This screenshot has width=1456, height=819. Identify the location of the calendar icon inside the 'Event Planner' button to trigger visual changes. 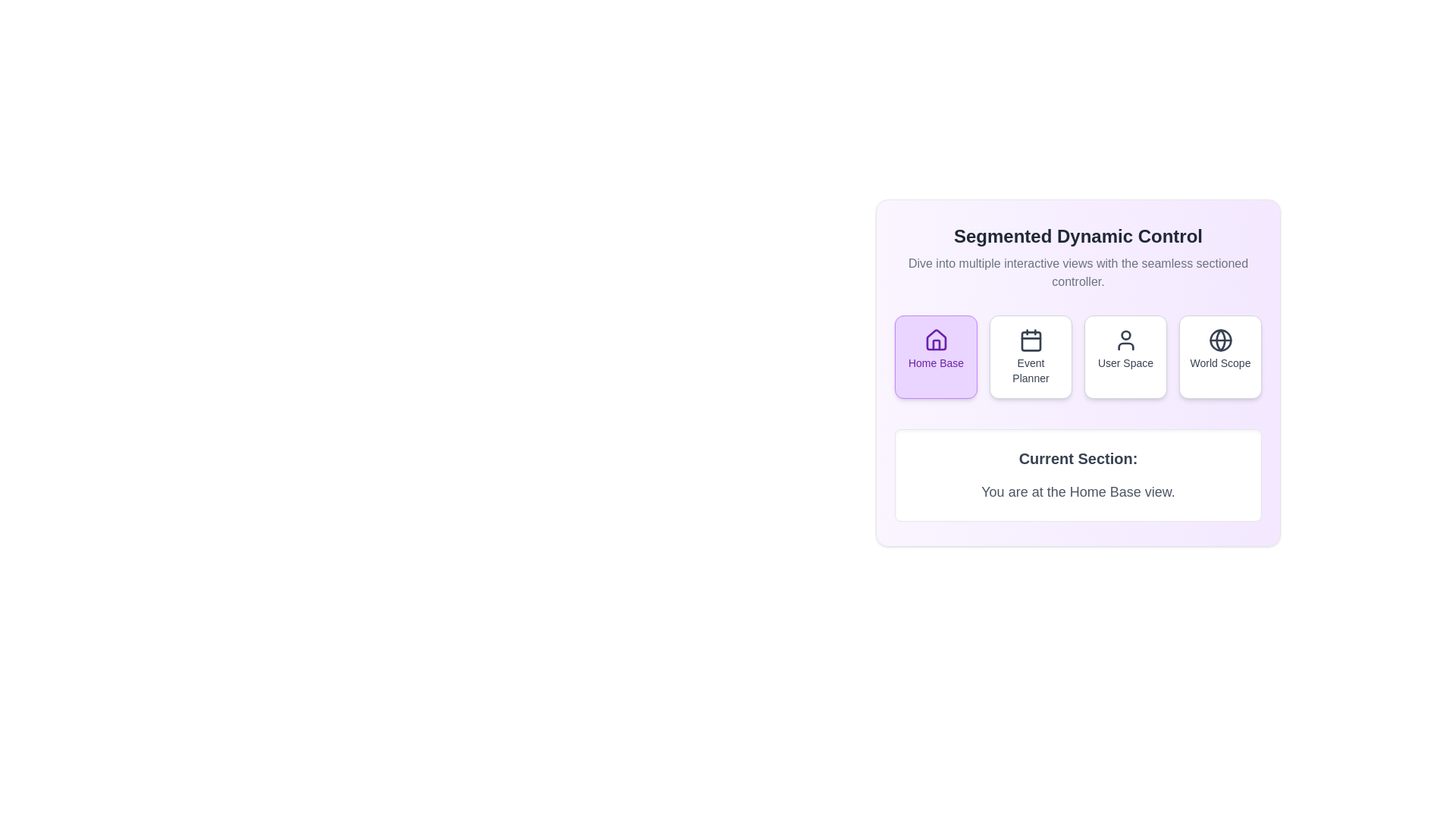
(1031, 341).